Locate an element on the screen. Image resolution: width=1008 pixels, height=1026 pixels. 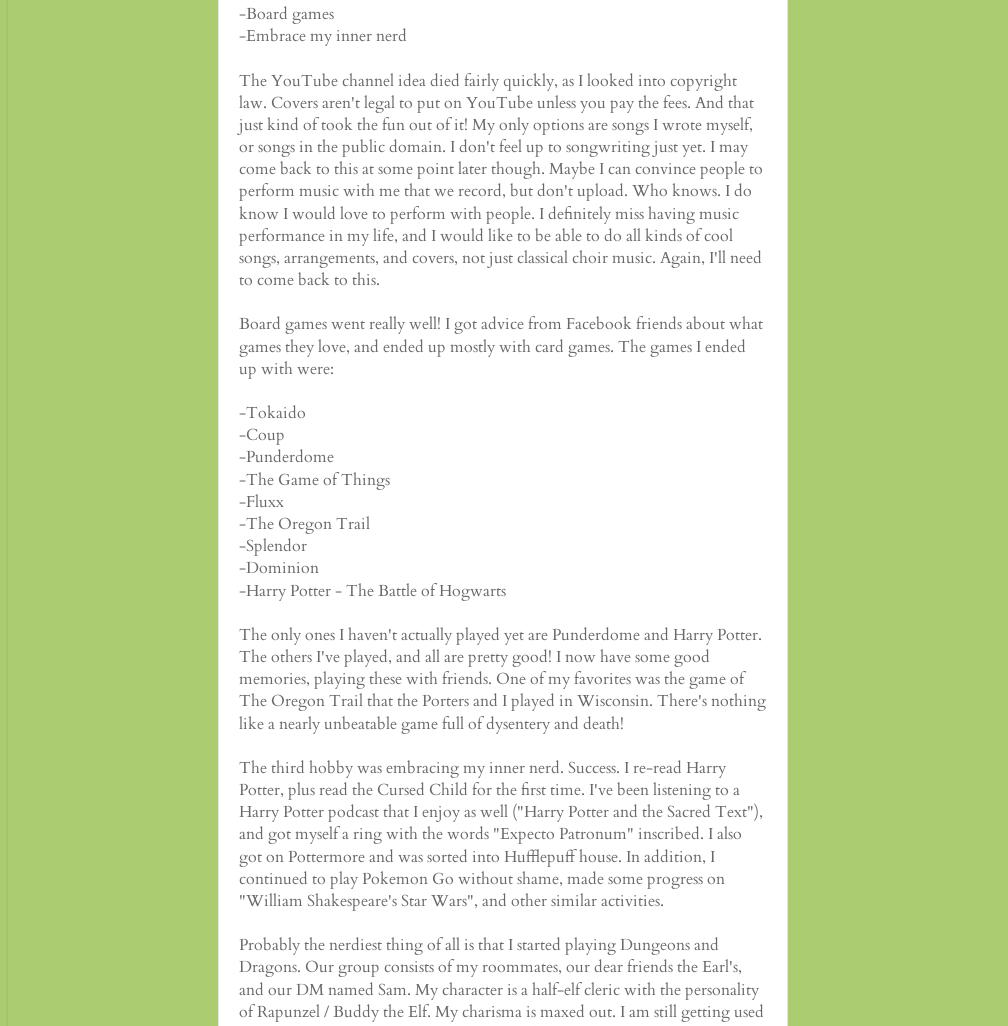
'-The Game of Things' is located at coordinates (314, 478).